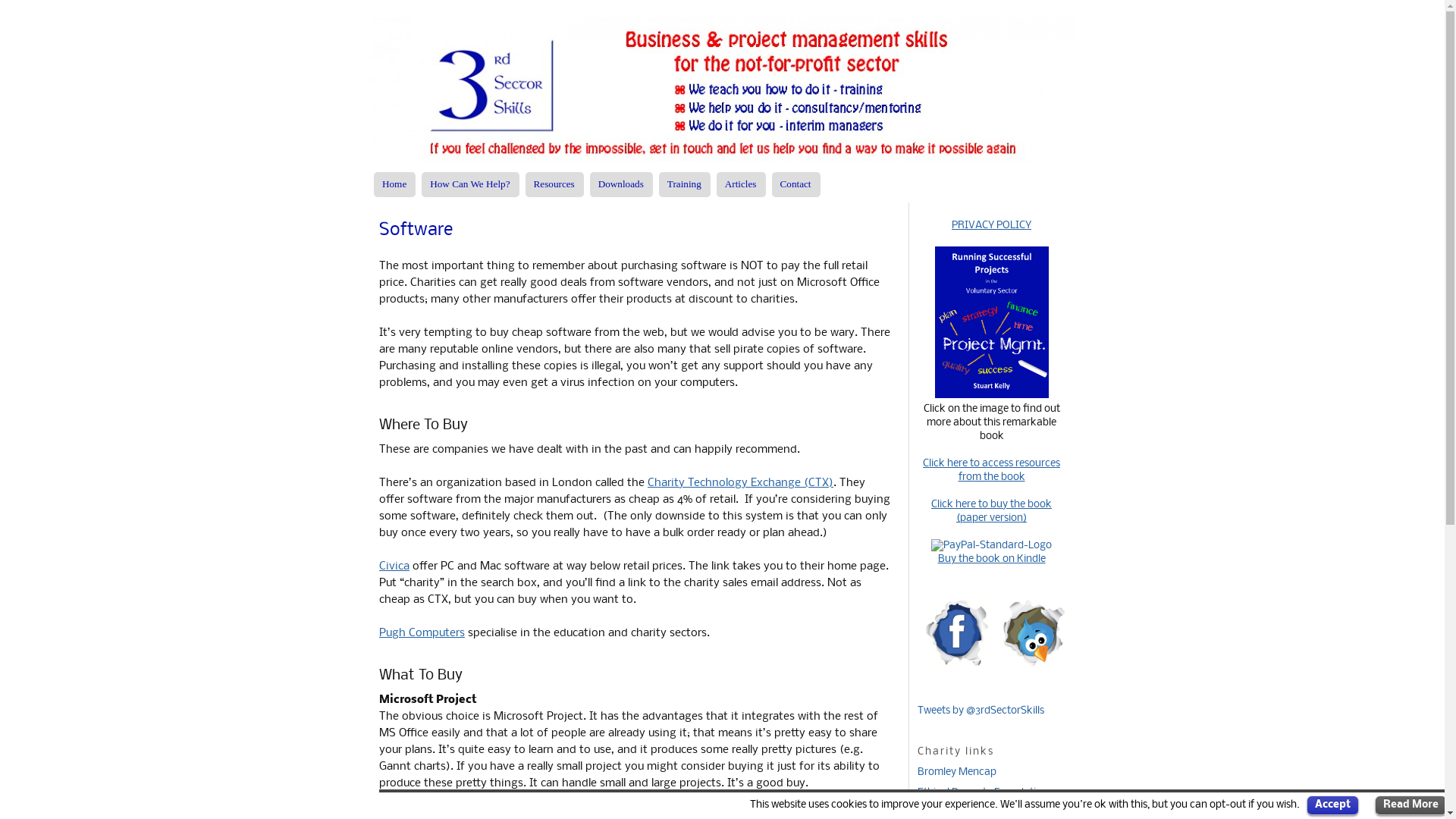 This screenshot has height=819, width=1456. What do you see at coordinates (956, 772) in the screenshot?
I see `'Bromley Mencap'` at bounding box center [956, 772].